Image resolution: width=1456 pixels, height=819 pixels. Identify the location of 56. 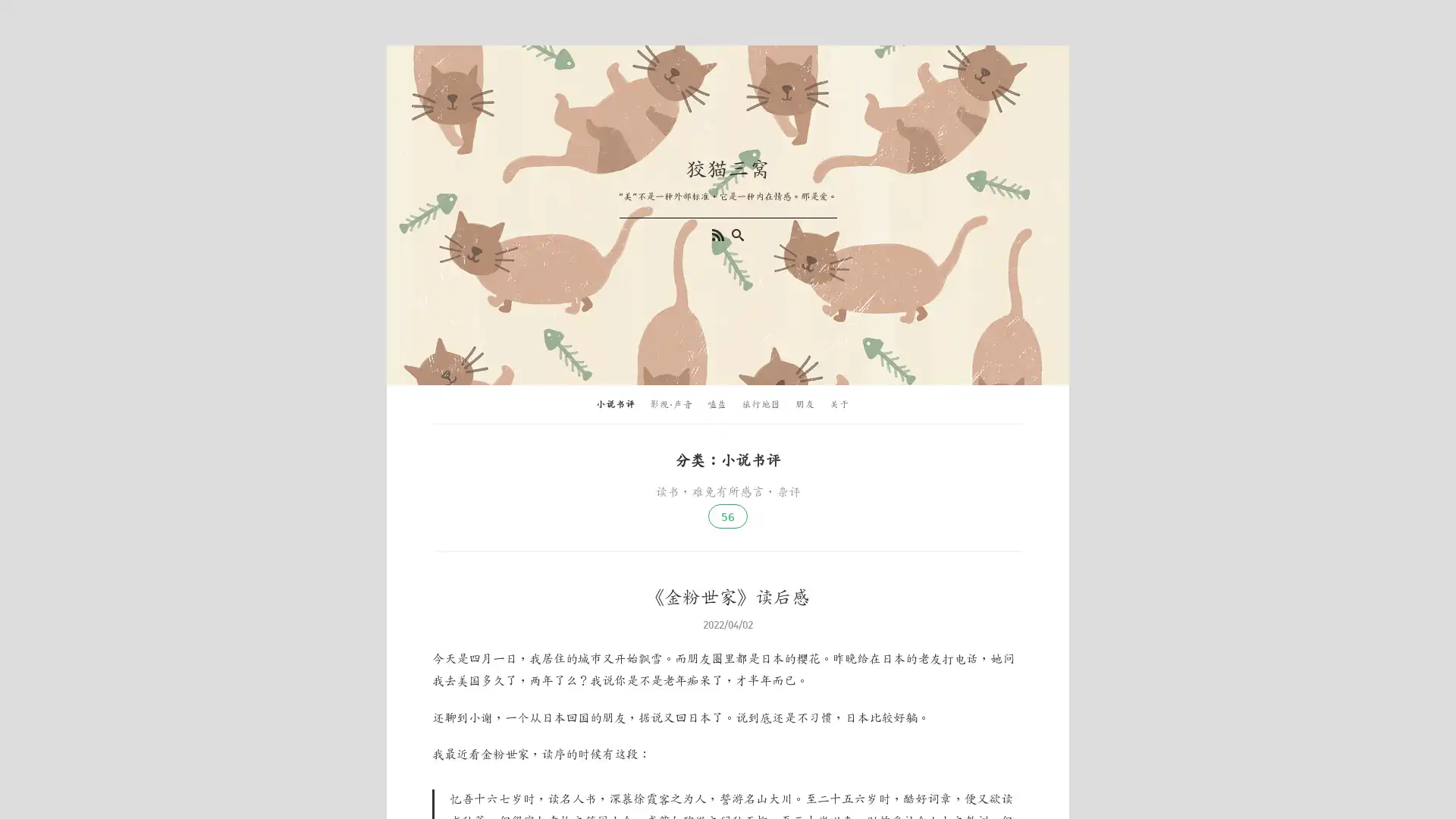
(728, 514).